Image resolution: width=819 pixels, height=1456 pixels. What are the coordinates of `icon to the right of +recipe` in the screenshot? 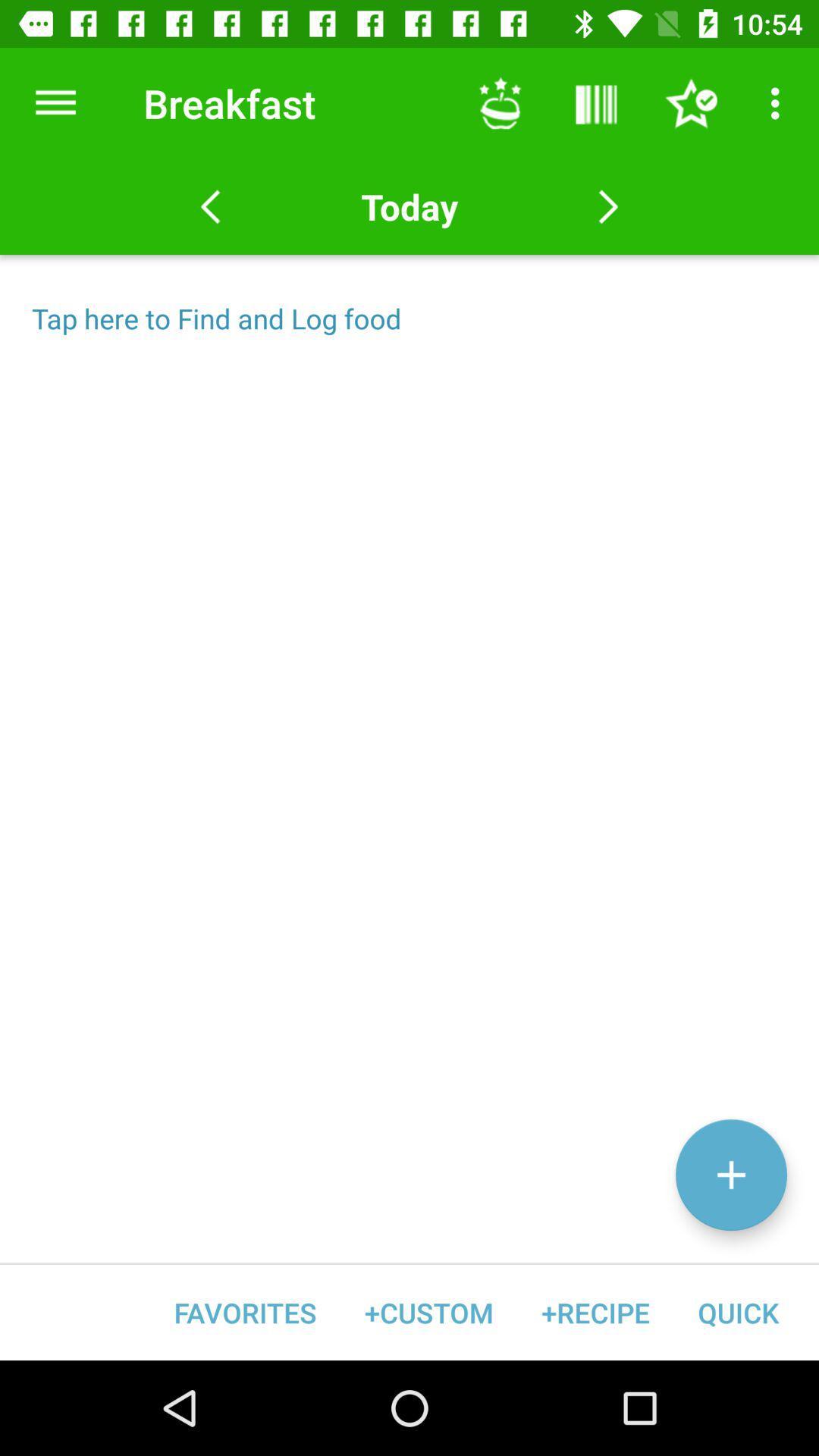 It's located at (737, 1312).